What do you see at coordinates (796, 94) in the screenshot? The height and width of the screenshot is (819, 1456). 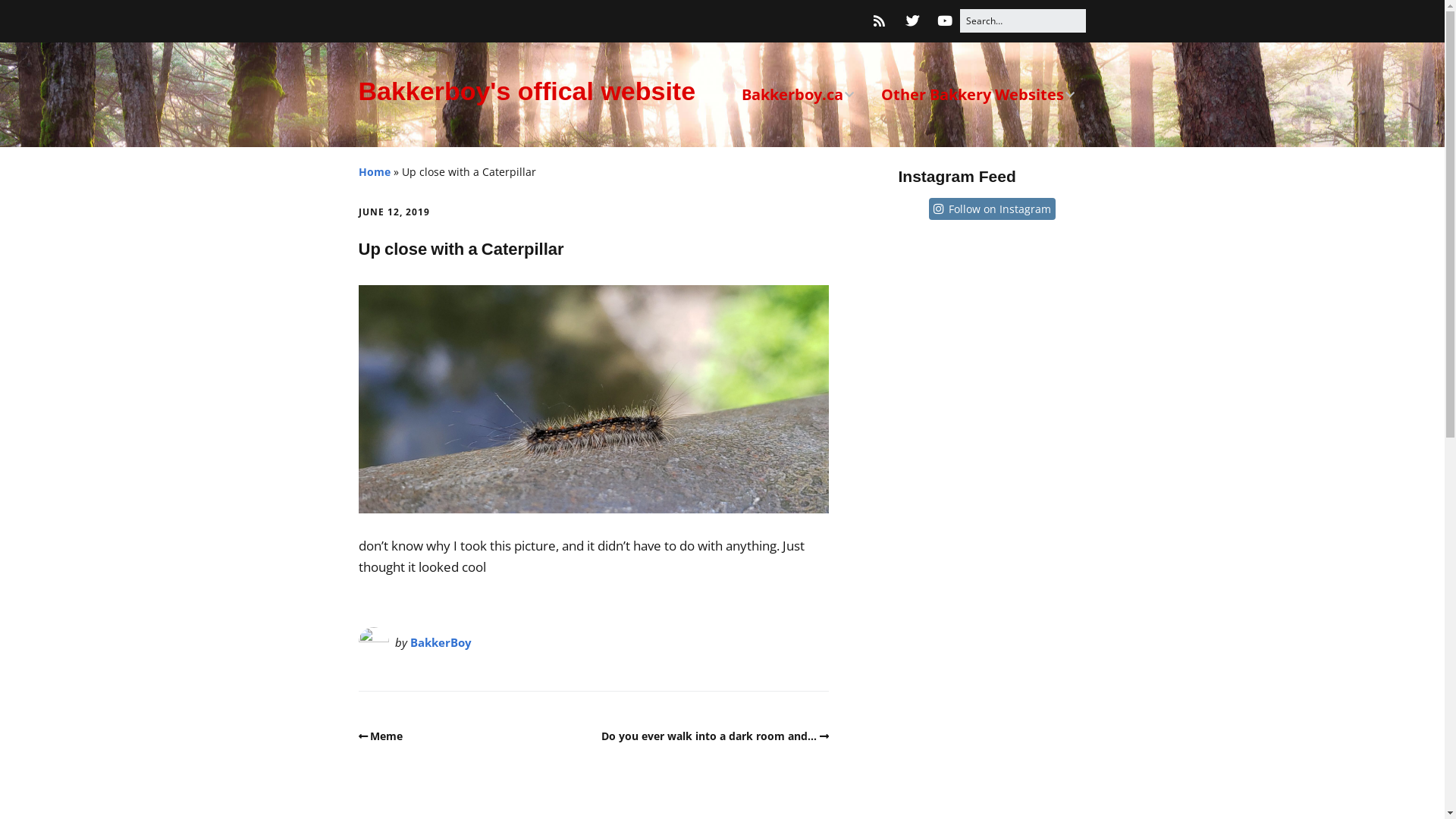 I see `'Bakkerboy.ca'` at bounding box center [796, 94].